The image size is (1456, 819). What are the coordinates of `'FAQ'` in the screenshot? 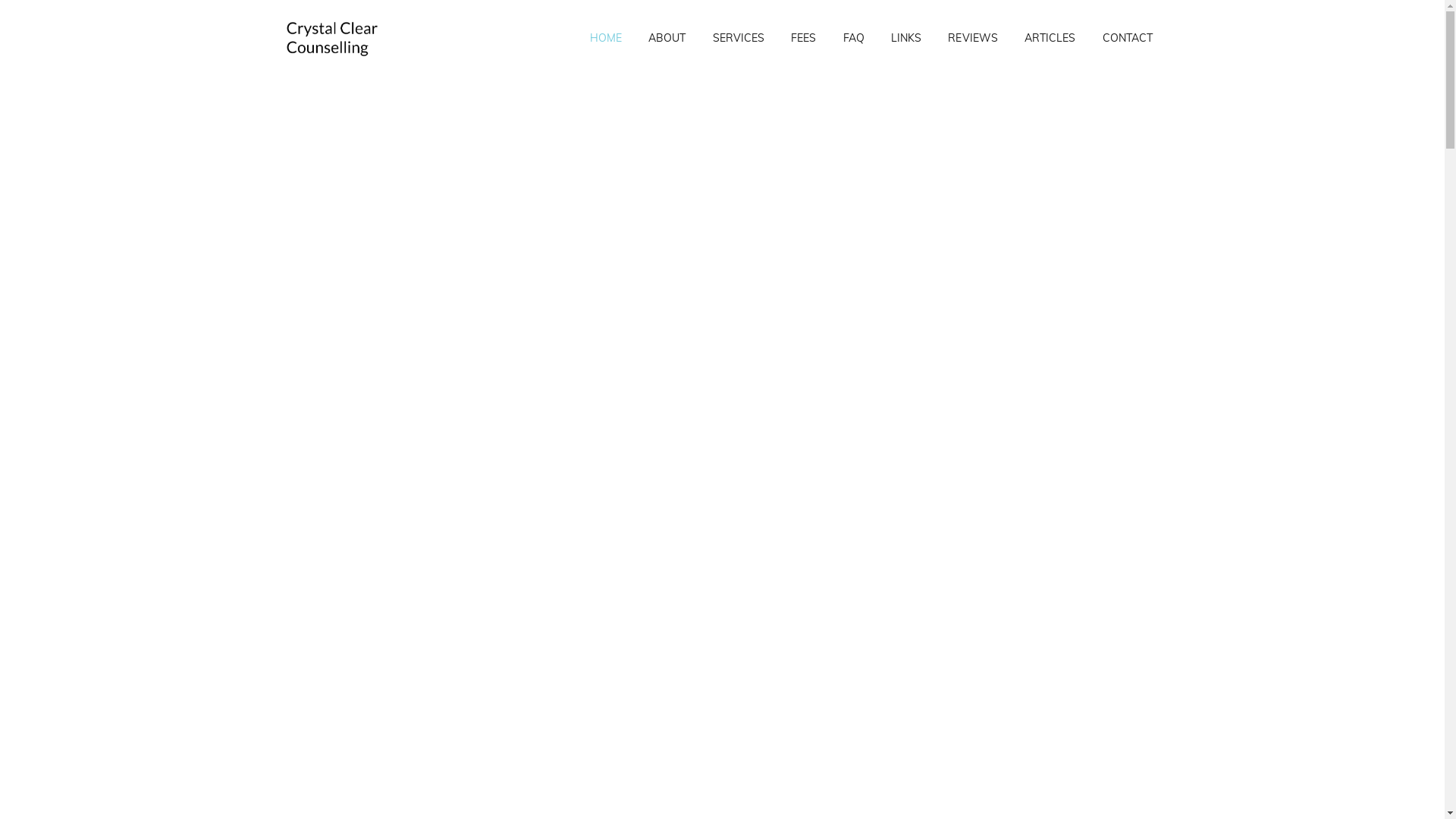 It's located at (853, 37).